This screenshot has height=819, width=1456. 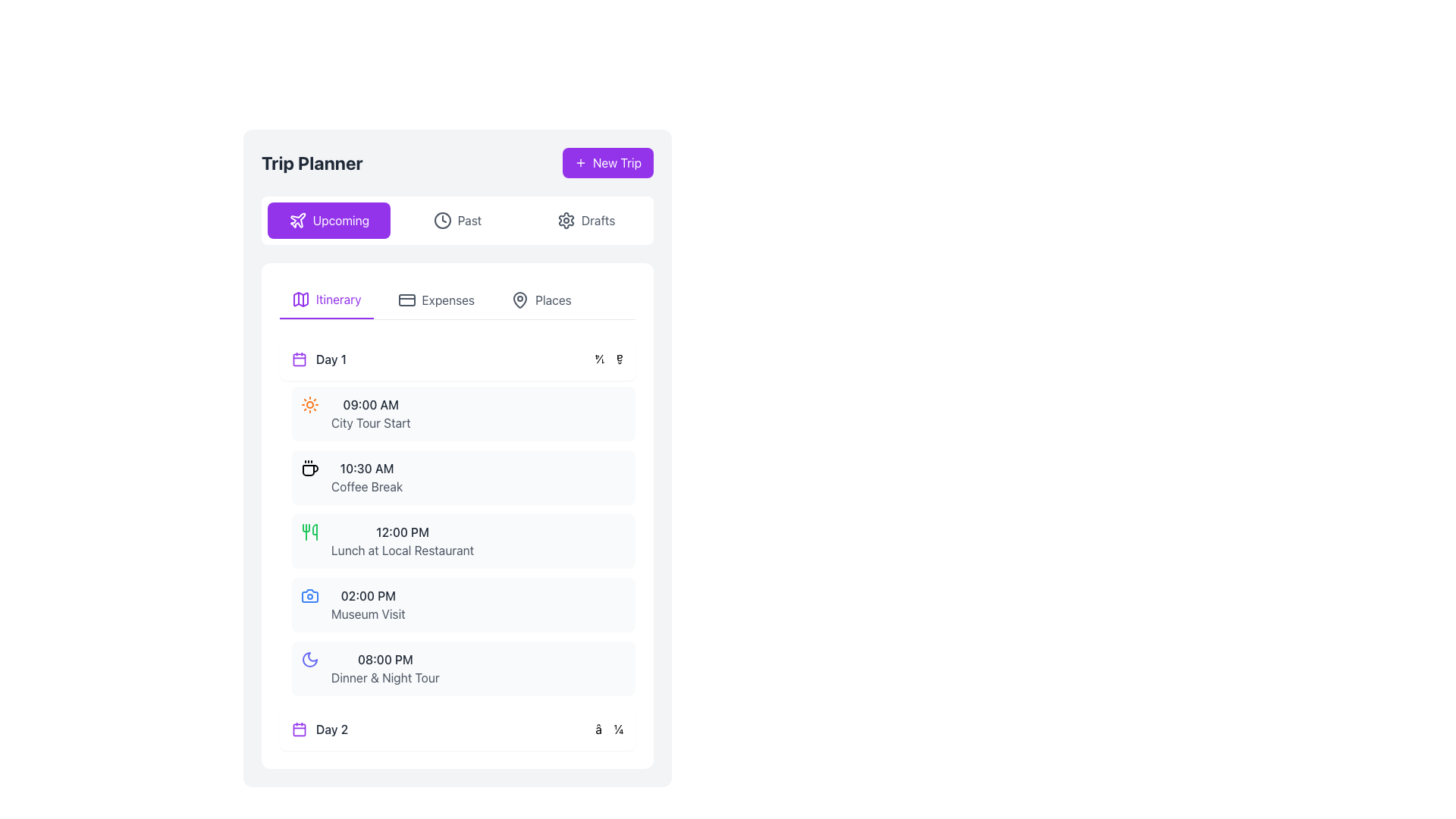 What do you see at coordinates (609, 728) in the screenshot?
I see `the interactive dropdown indicator icon adjacent to the 'Day 2' label` at bounding box center [609, 728].